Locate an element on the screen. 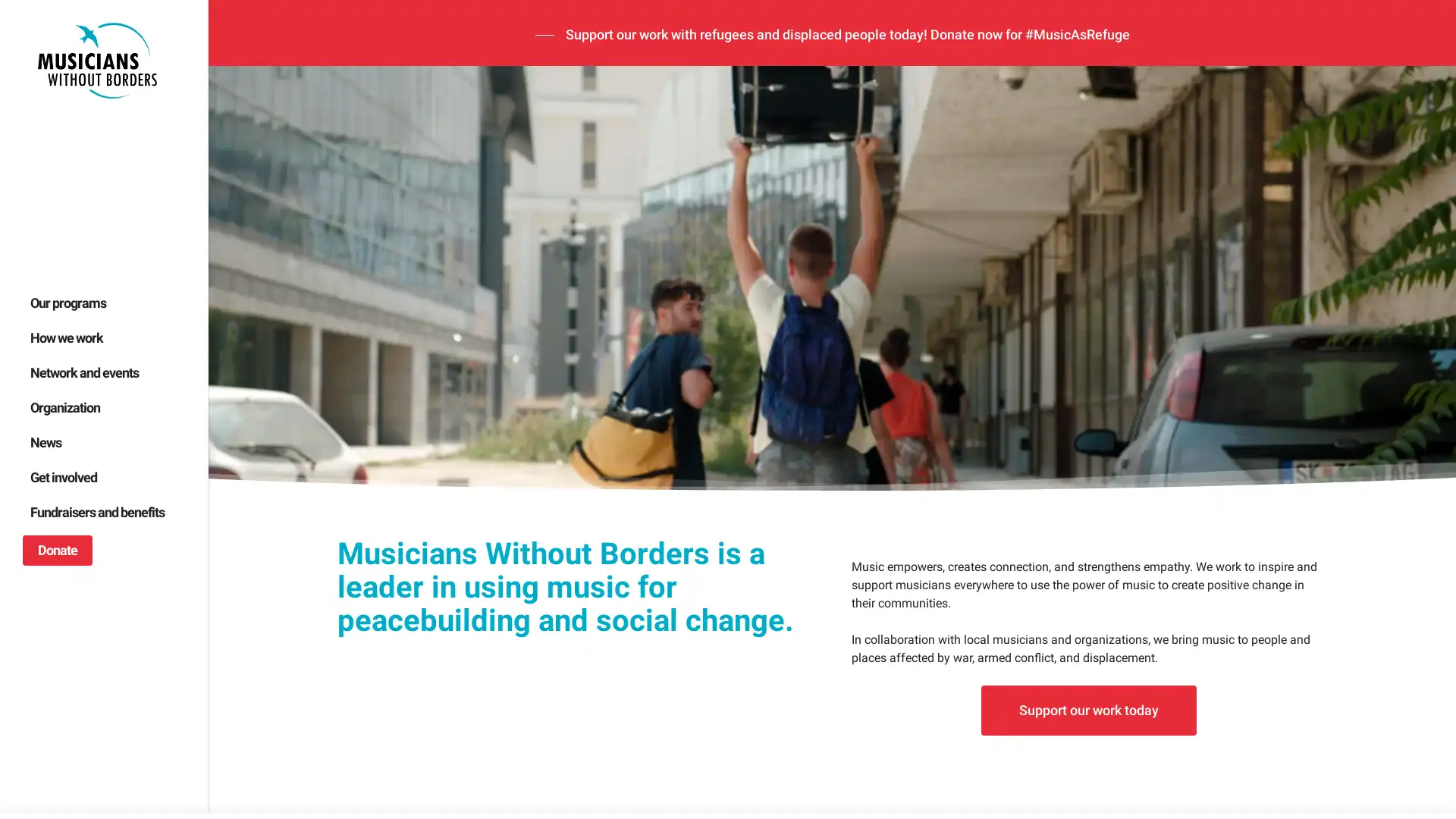 The image size is (1456, 819). enter full screen is located at coordinates (1371, 601).